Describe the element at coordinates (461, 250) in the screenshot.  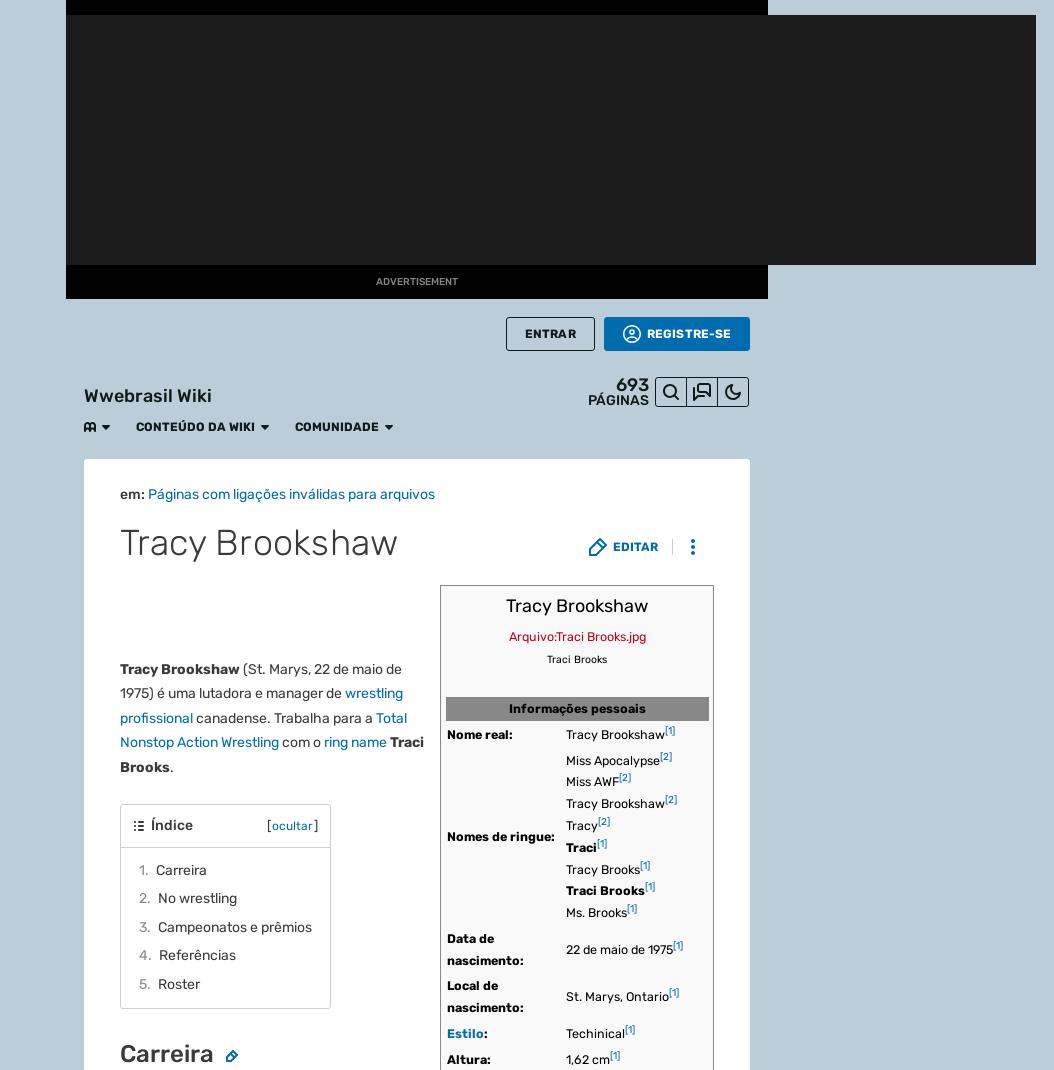
I see `'The Young Bucks'` at that location.